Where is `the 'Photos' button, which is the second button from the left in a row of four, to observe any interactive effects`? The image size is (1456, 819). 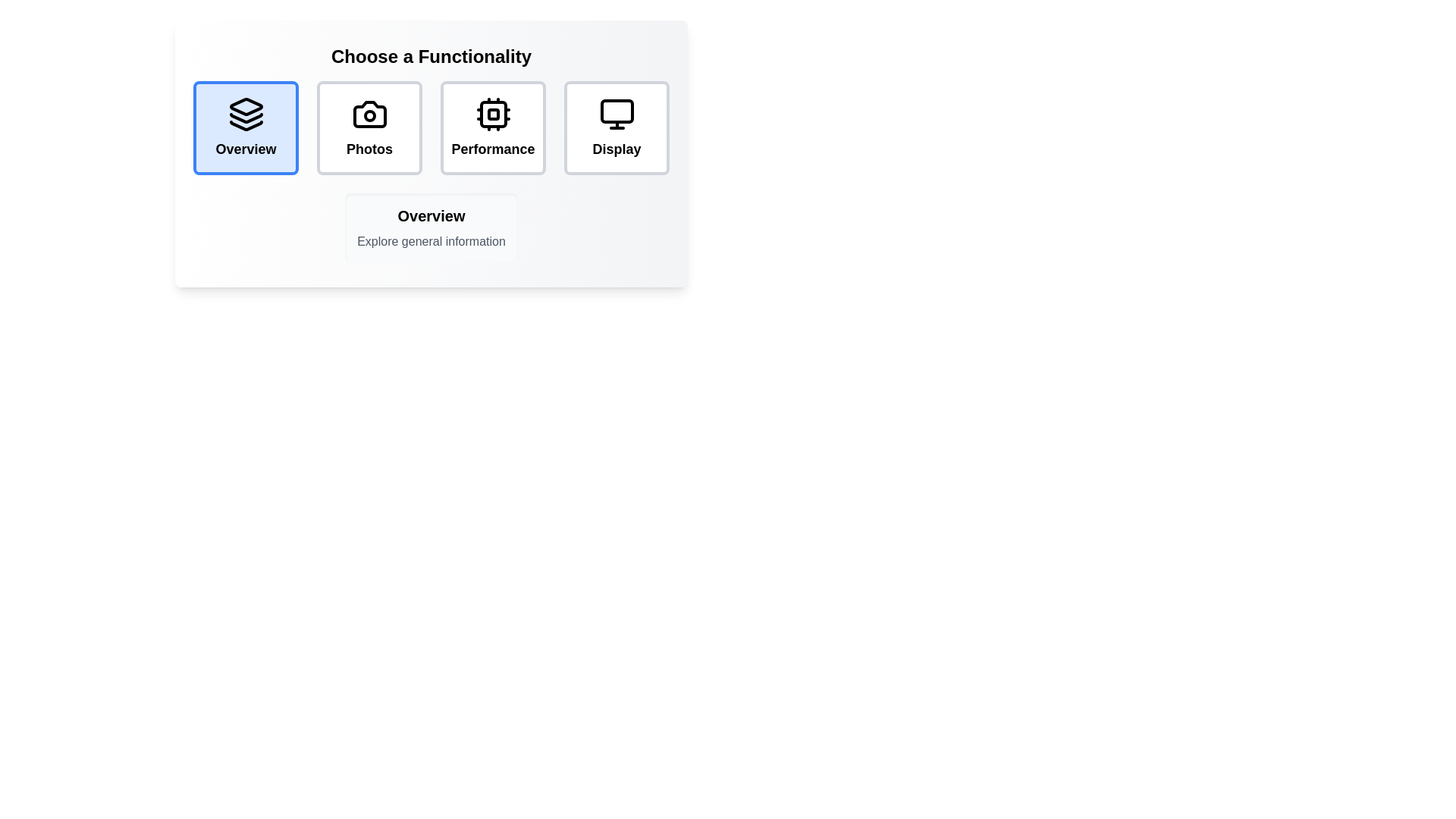
the 'Photos' button, which is the second button from the left in a row of four, to observe any interactive effects is located at coordinates (369, 127).